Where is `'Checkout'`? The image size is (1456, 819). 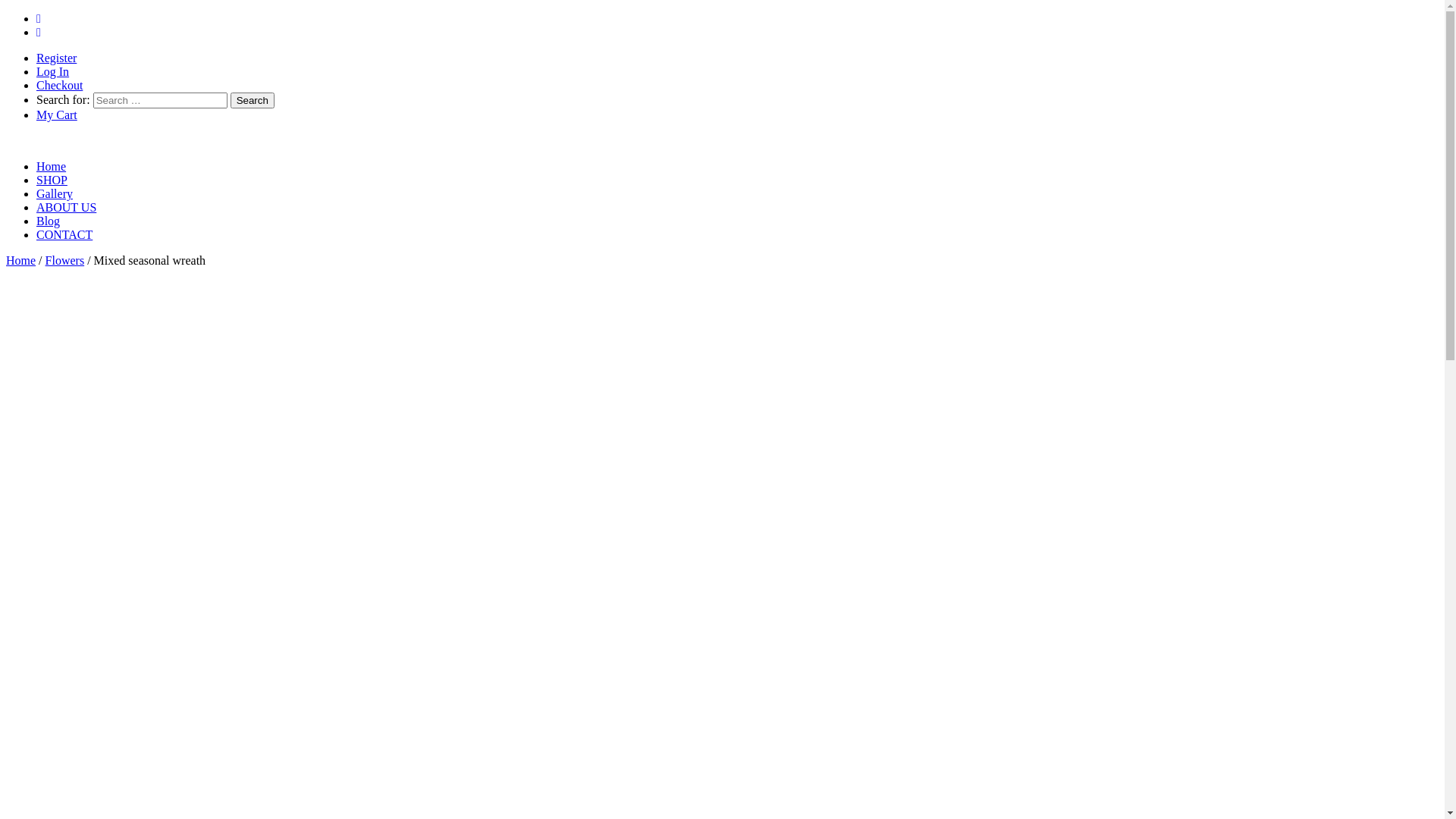 'Checkout' is located at coordinates (59, 85).